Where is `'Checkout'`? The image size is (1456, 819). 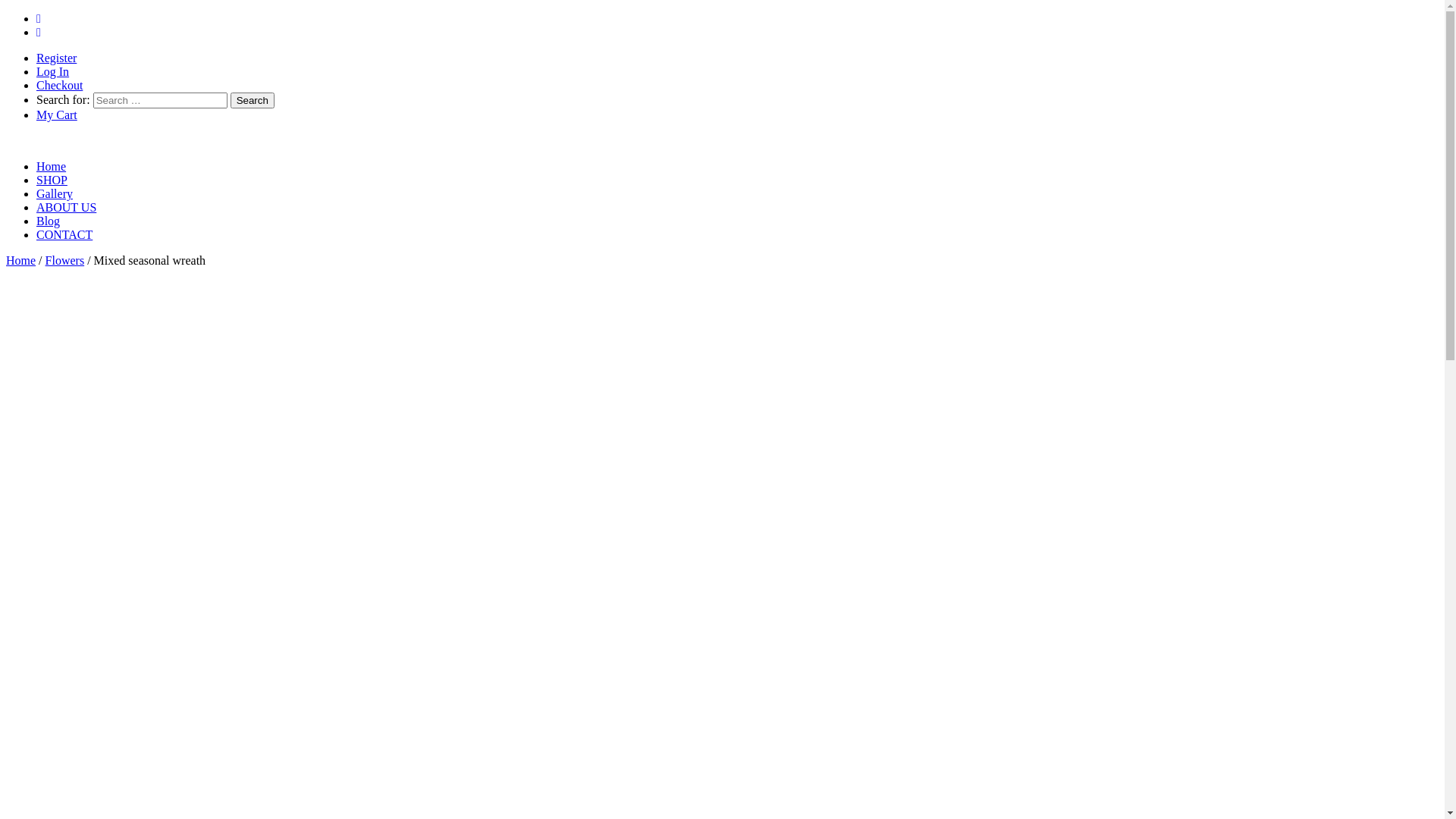 'Checkout' is located at coordinates (59, 85).